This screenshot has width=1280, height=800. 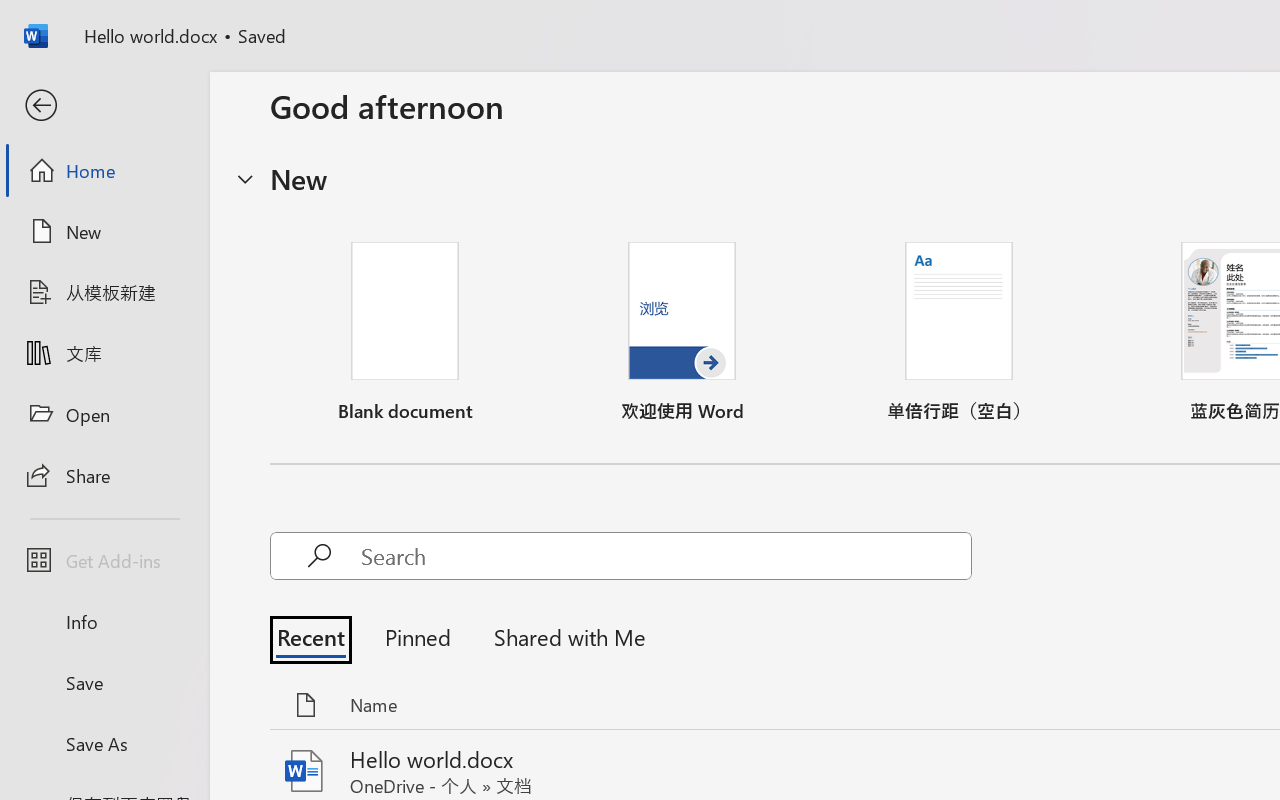 I want to click on 'Back', so click(x=103, y=105).